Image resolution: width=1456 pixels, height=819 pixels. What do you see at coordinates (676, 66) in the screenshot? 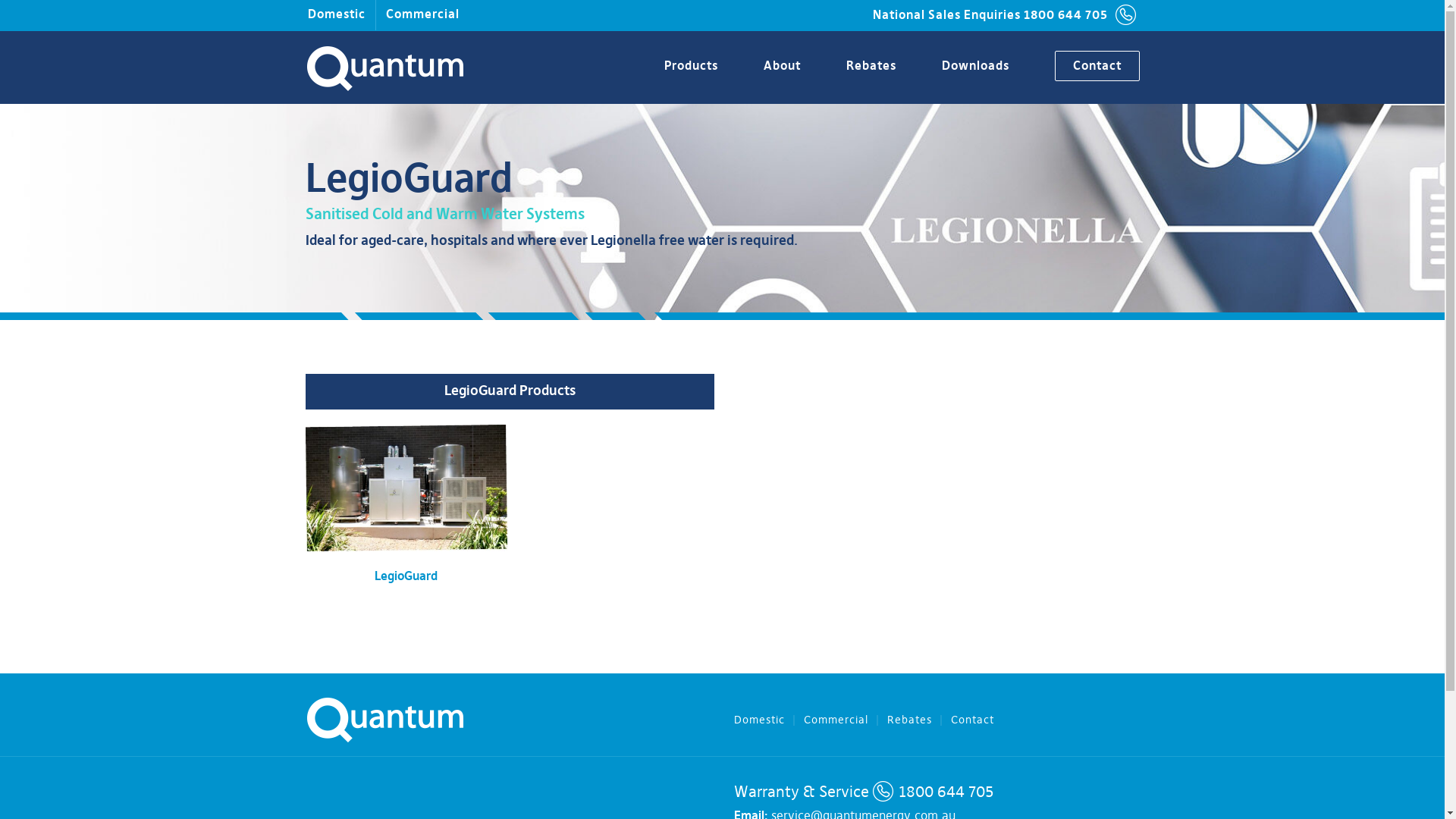
I see `'Products'` at bounding box center [676, 66].